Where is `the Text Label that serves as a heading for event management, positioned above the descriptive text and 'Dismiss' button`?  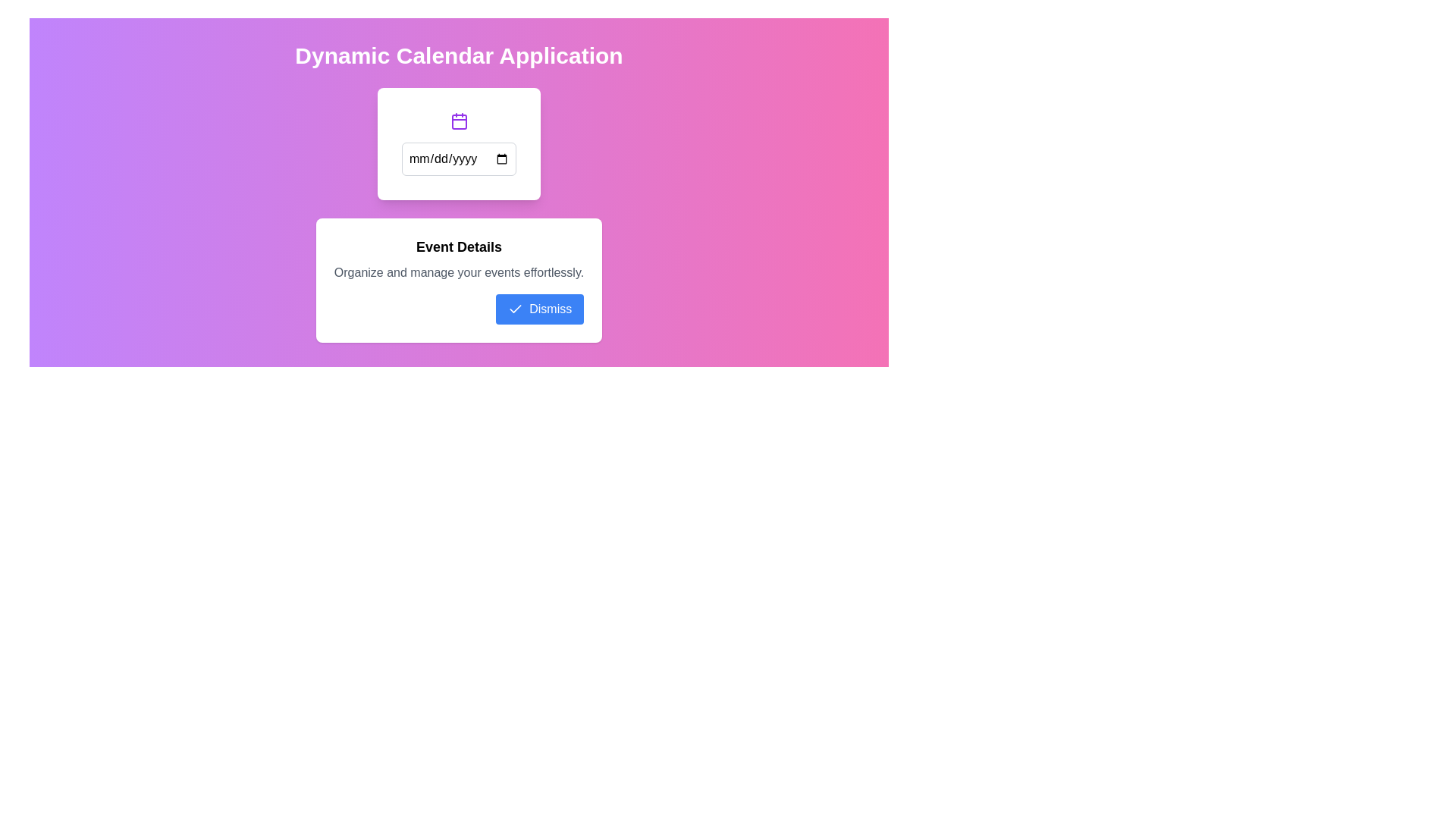 the Text Label that serves as a heading for event management, positioned above the descriptive text and 'Dismiss' button is located at coordinates (458, 246).